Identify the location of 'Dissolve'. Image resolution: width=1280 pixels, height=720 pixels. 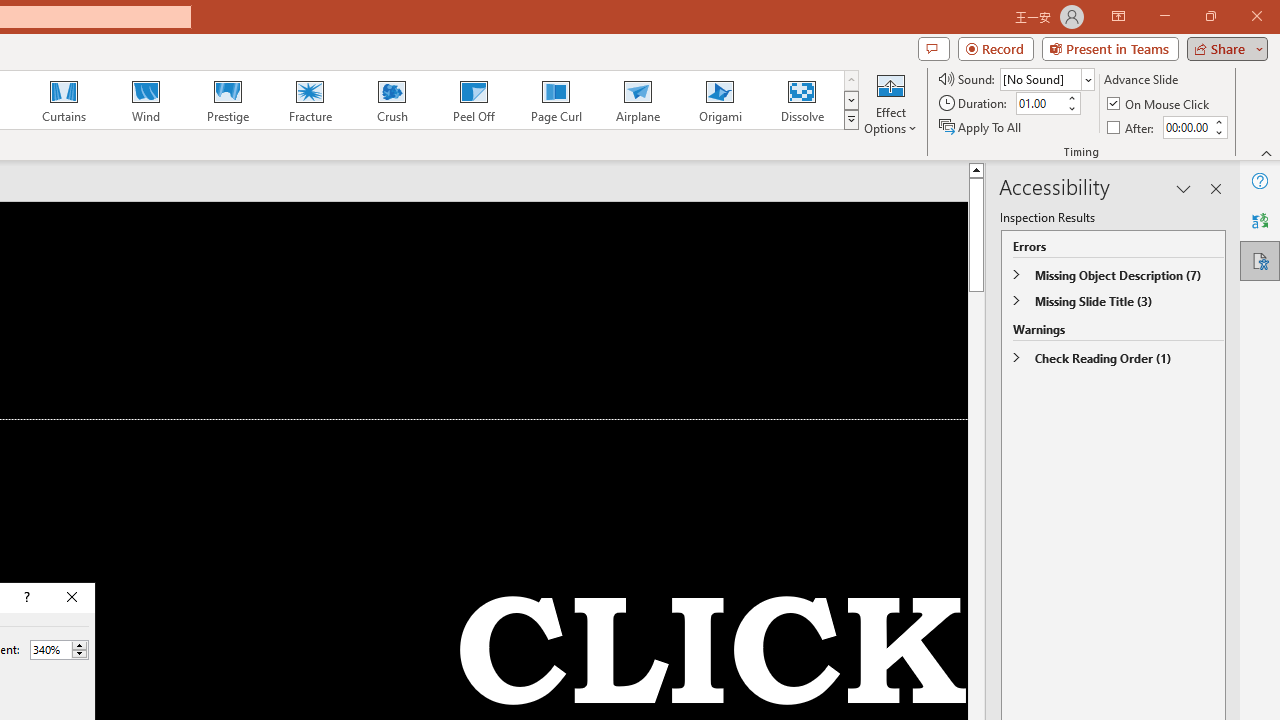
(802, 100).